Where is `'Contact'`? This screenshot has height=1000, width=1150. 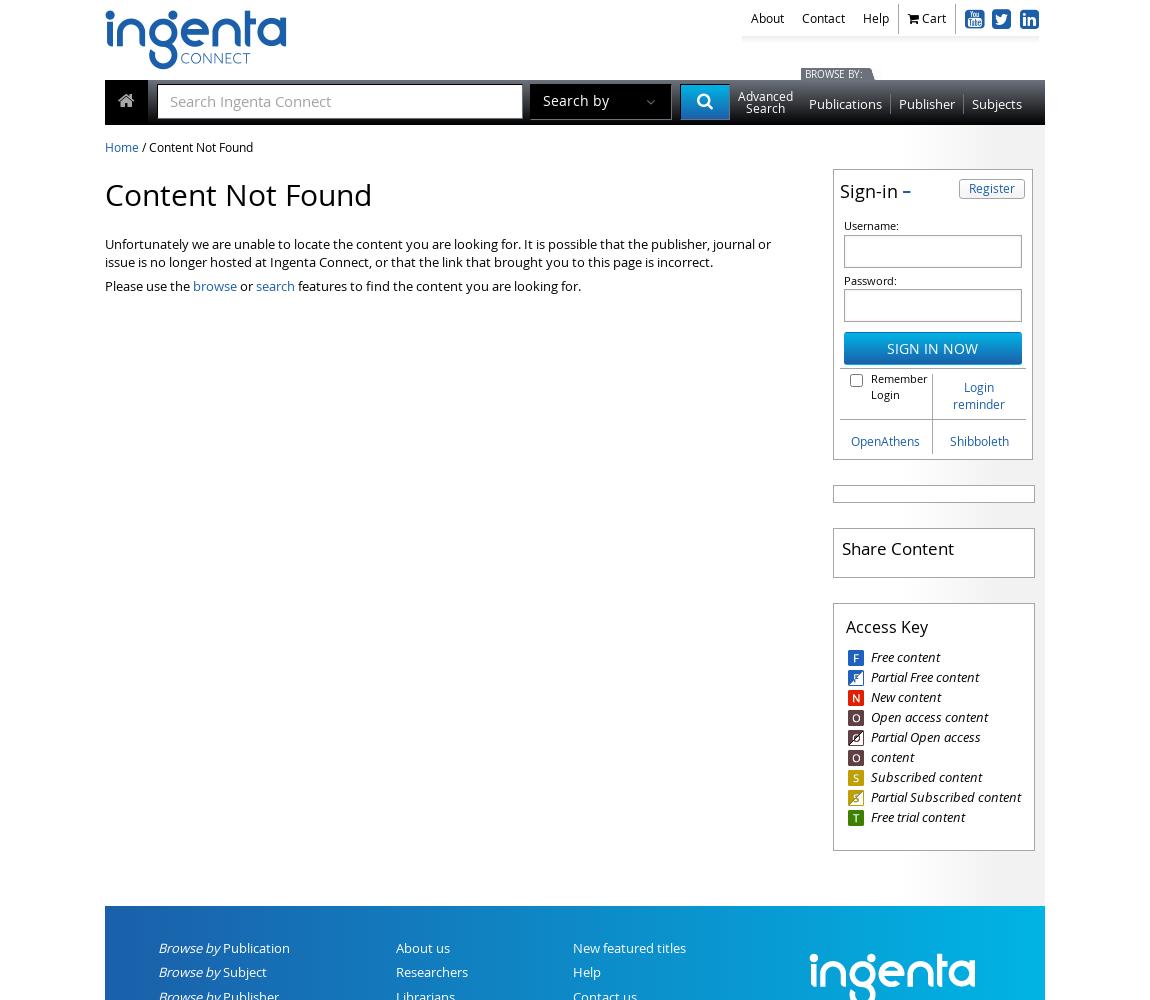 'Contact' is located at coordinates (822, 18).